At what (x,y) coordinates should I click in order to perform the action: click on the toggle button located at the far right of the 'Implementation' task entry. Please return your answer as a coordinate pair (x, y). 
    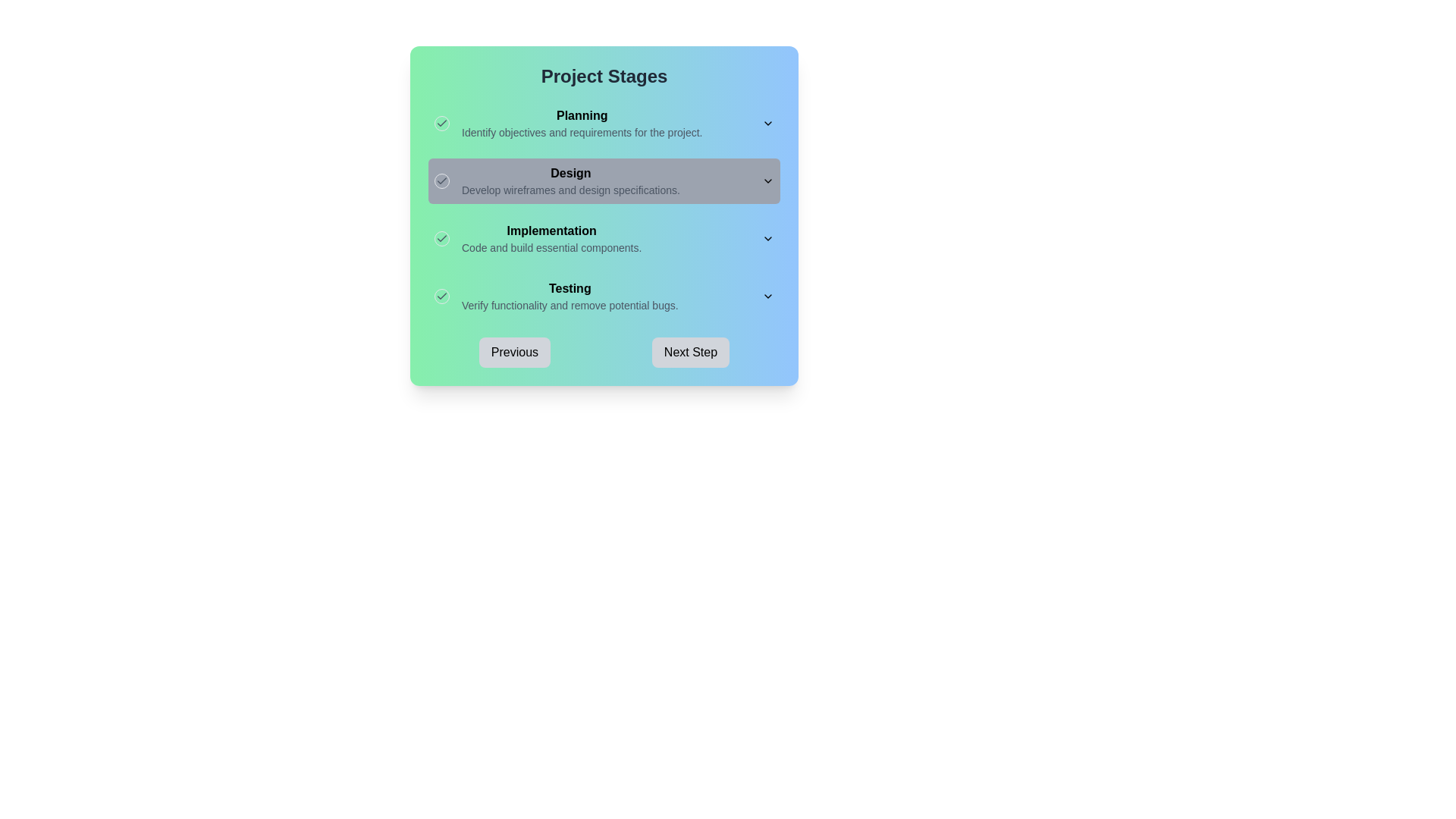
    Looking at the image, I should click on (767, 239).